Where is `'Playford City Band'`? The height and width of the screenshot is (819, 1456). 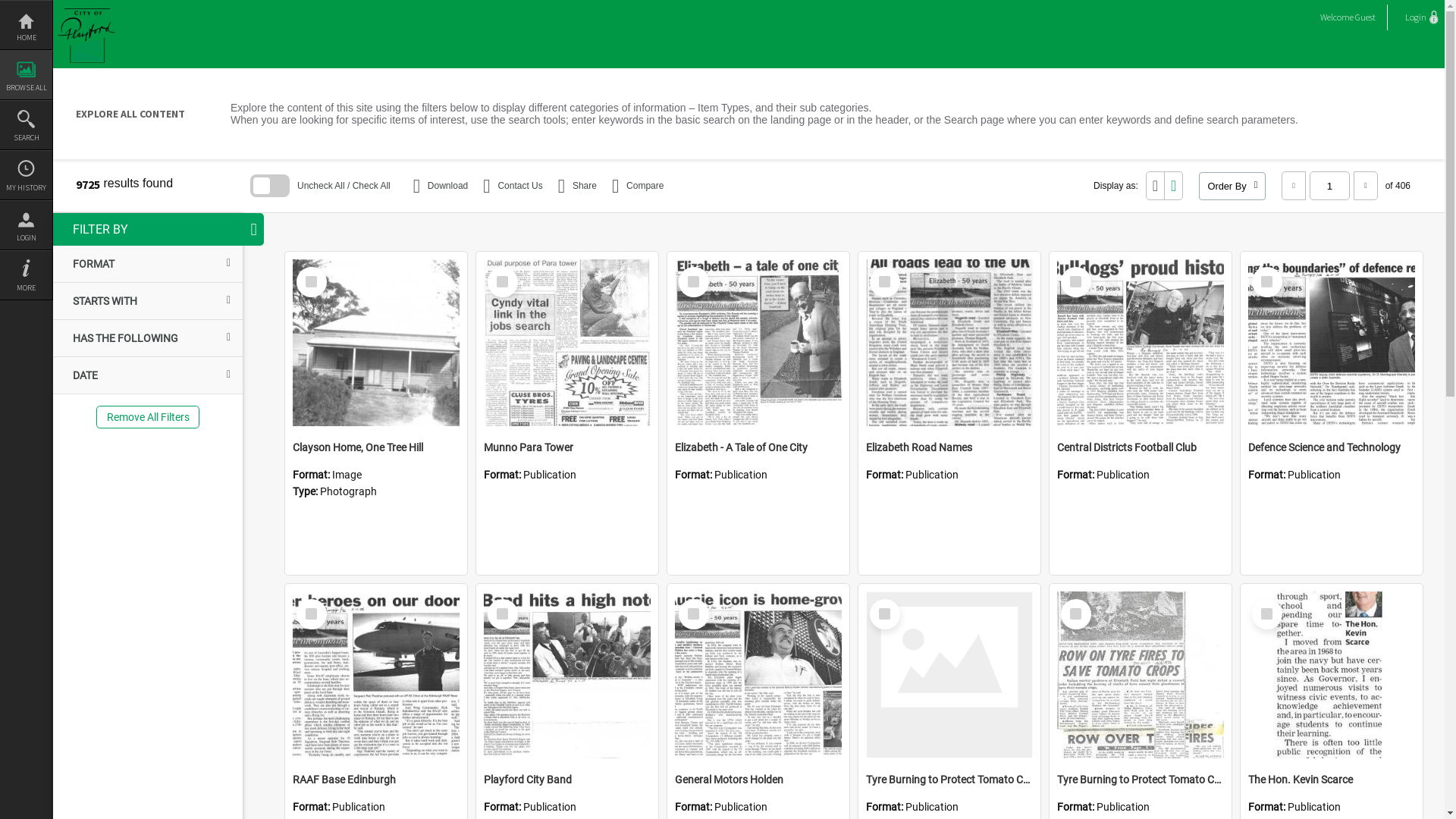 'Playford City Band' is located at coordinates (566, 674).